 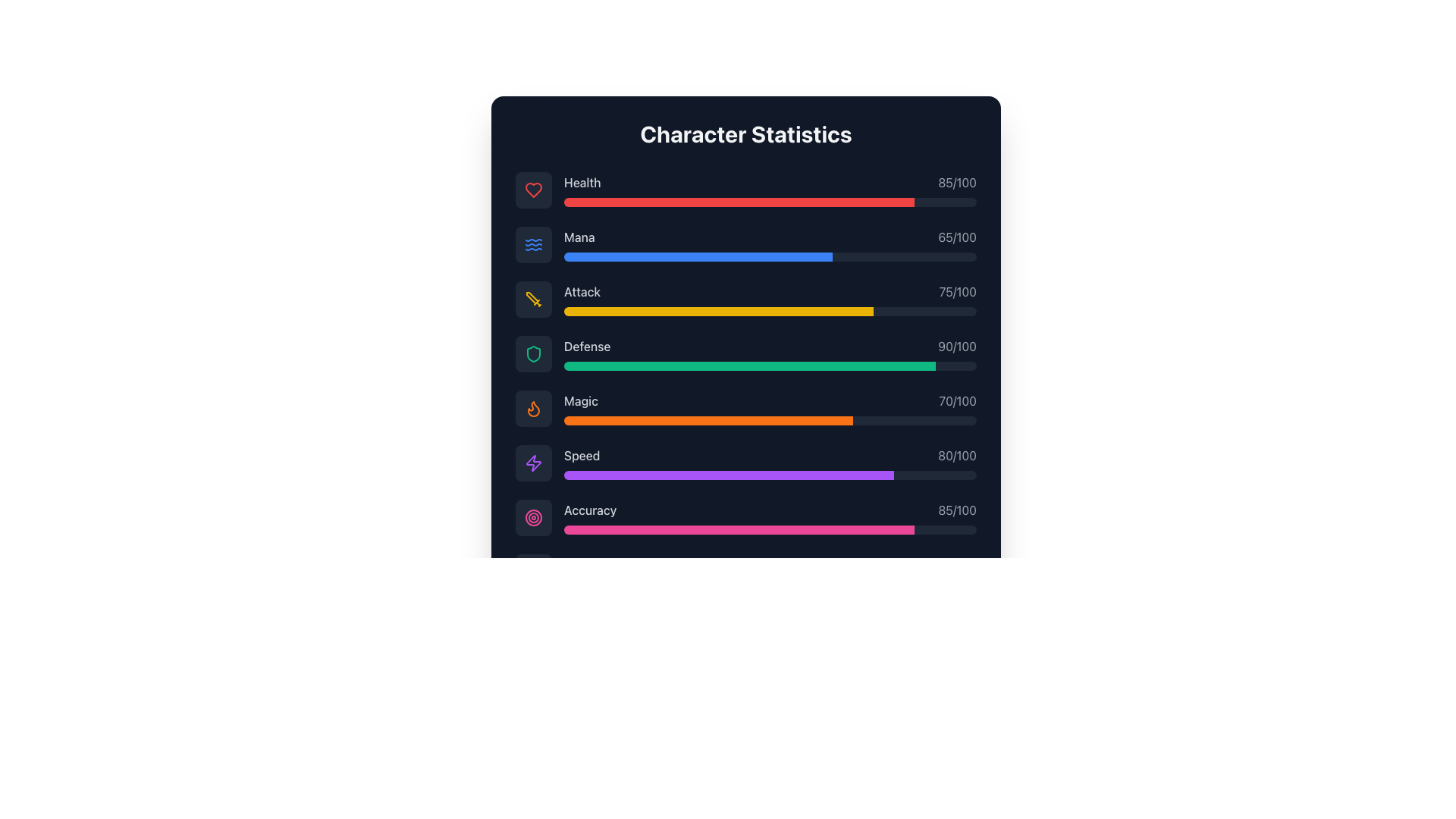 What do you see at coordinates (534, 189) in the screenshot?
I see `the heart icon representing the 'Health' statistic, located in the first row of icons in the left column` at bounding box center [534, 189].